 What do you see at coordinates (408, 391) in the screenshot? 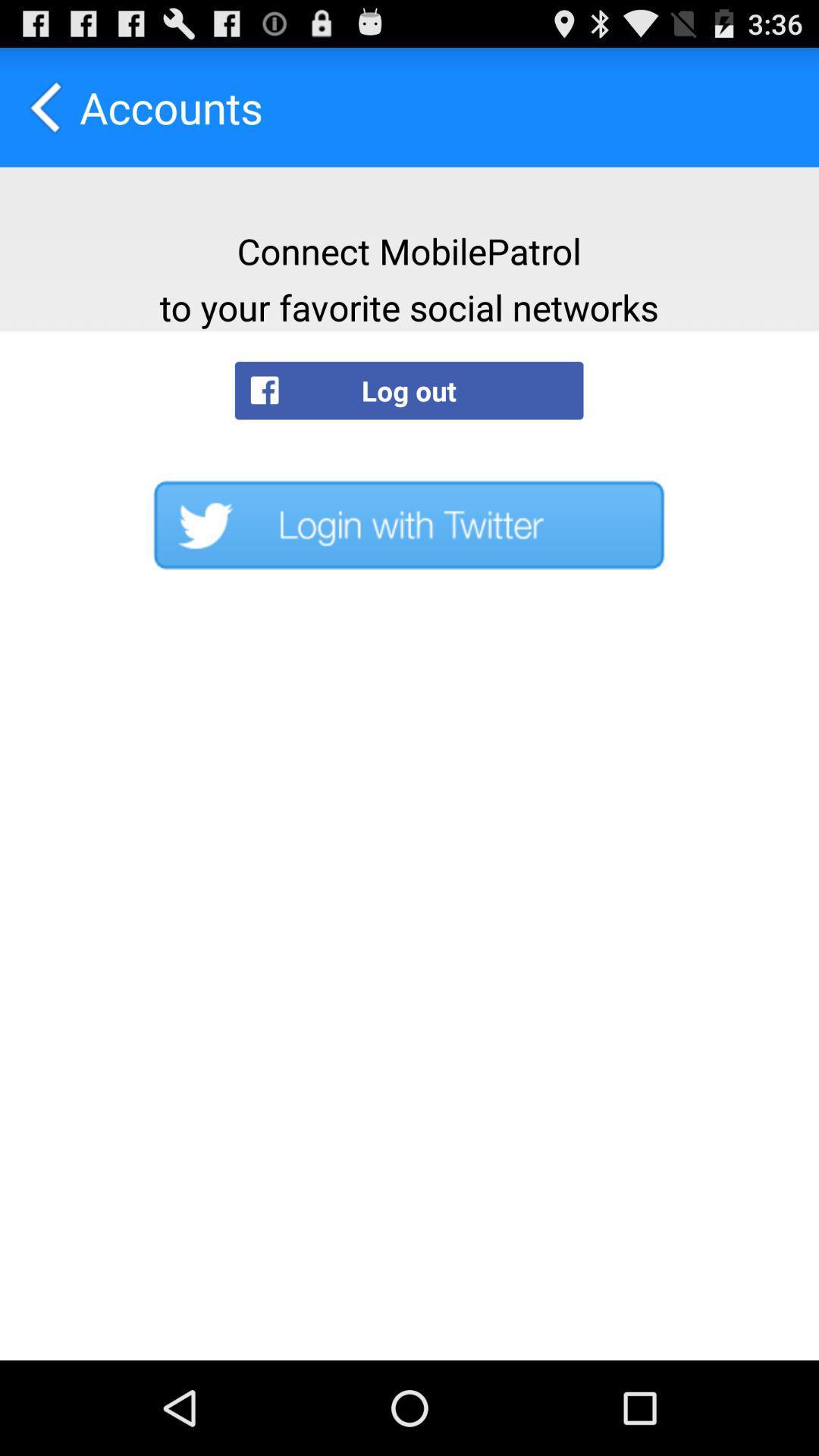
I see `the log out icon` at bounding box center [408, 391].